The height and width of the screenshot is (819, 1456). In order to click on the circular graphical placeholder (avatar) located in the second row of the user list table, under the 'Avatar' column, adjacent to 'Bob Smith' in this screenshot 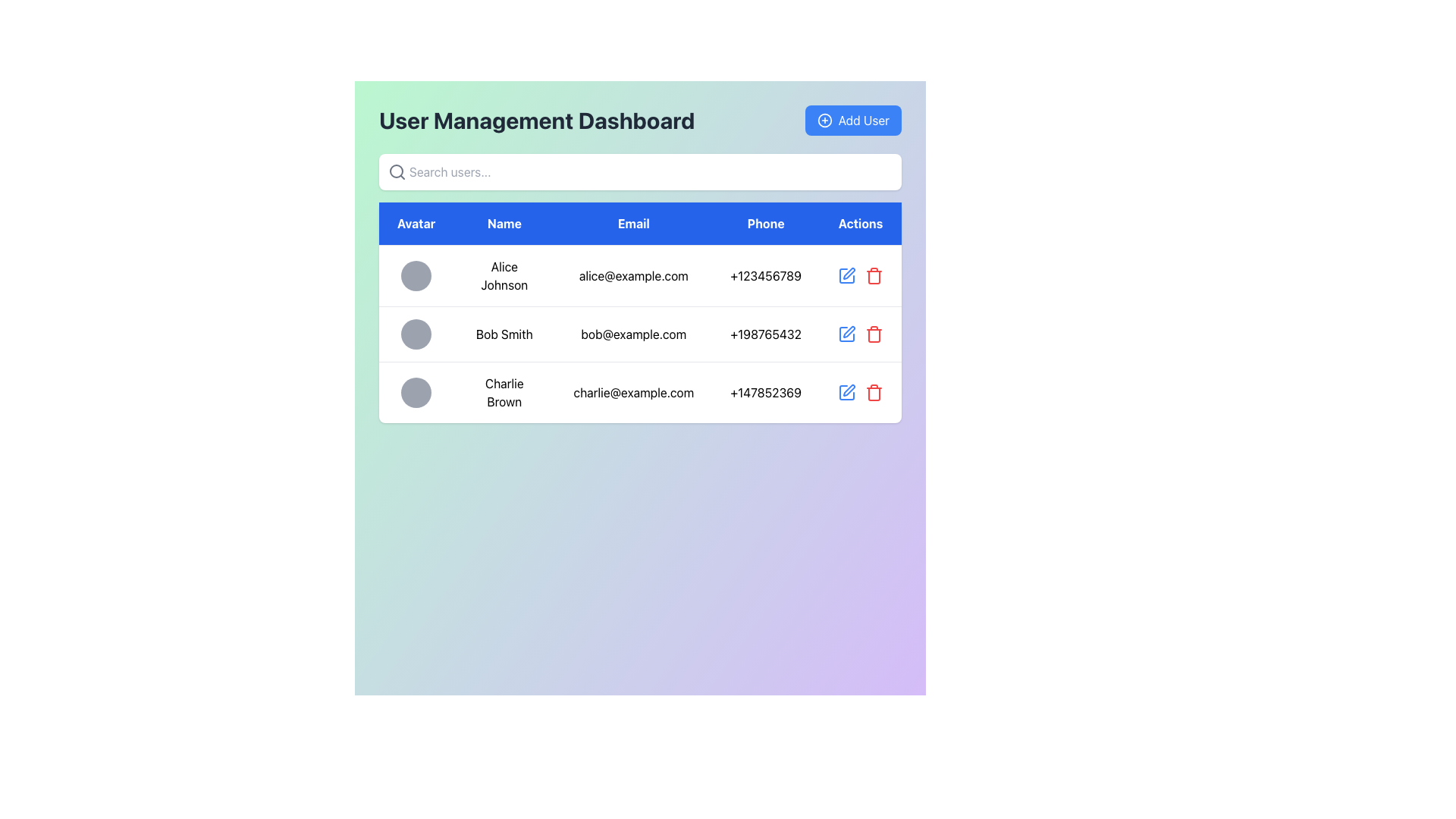, I will do `click(416, 333)`.